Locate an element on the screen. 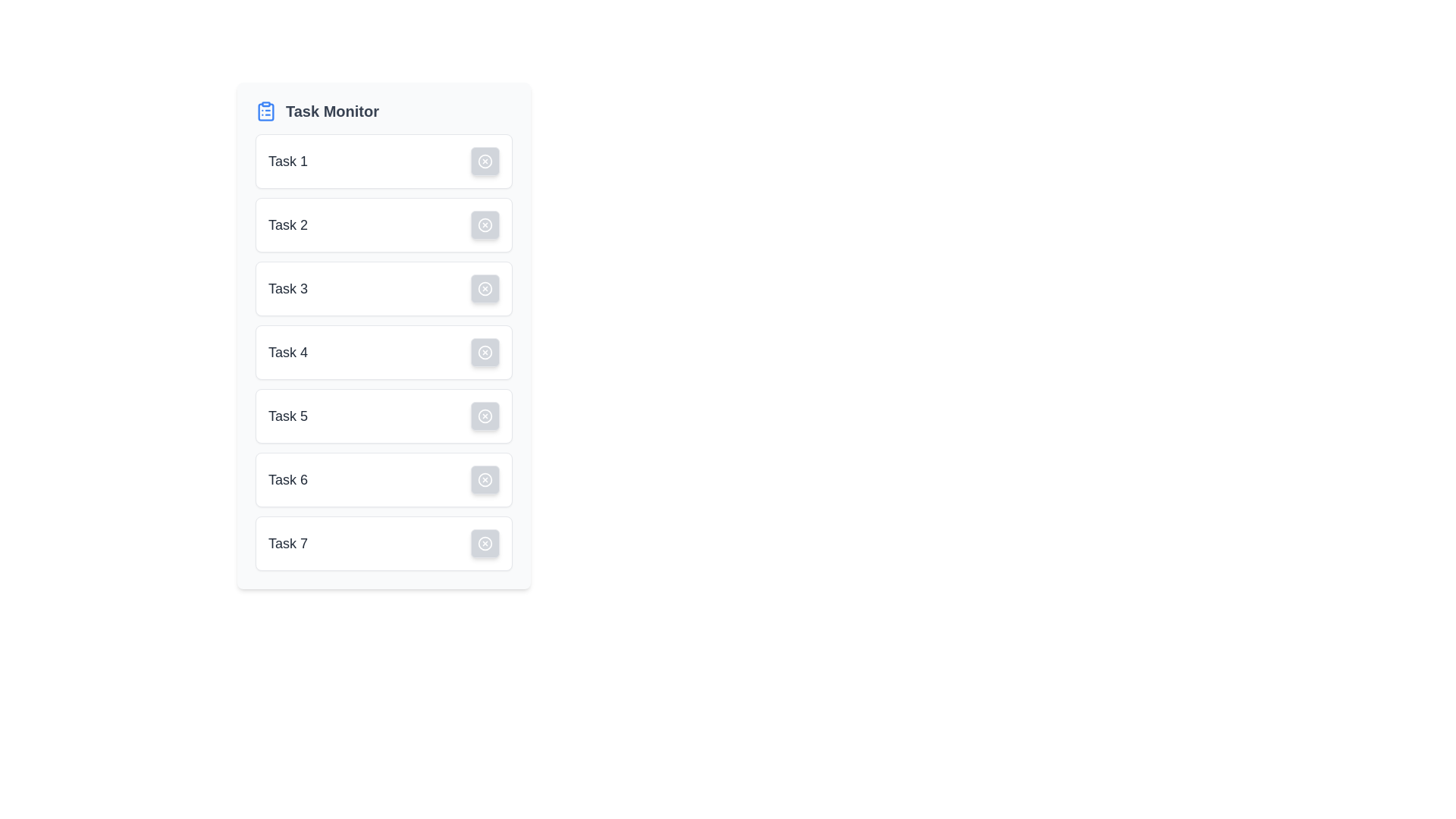  task name displayed in the text label 'Task 5', which is the fifth item in a vertical list of task cards is located at coordinates (287, 416).